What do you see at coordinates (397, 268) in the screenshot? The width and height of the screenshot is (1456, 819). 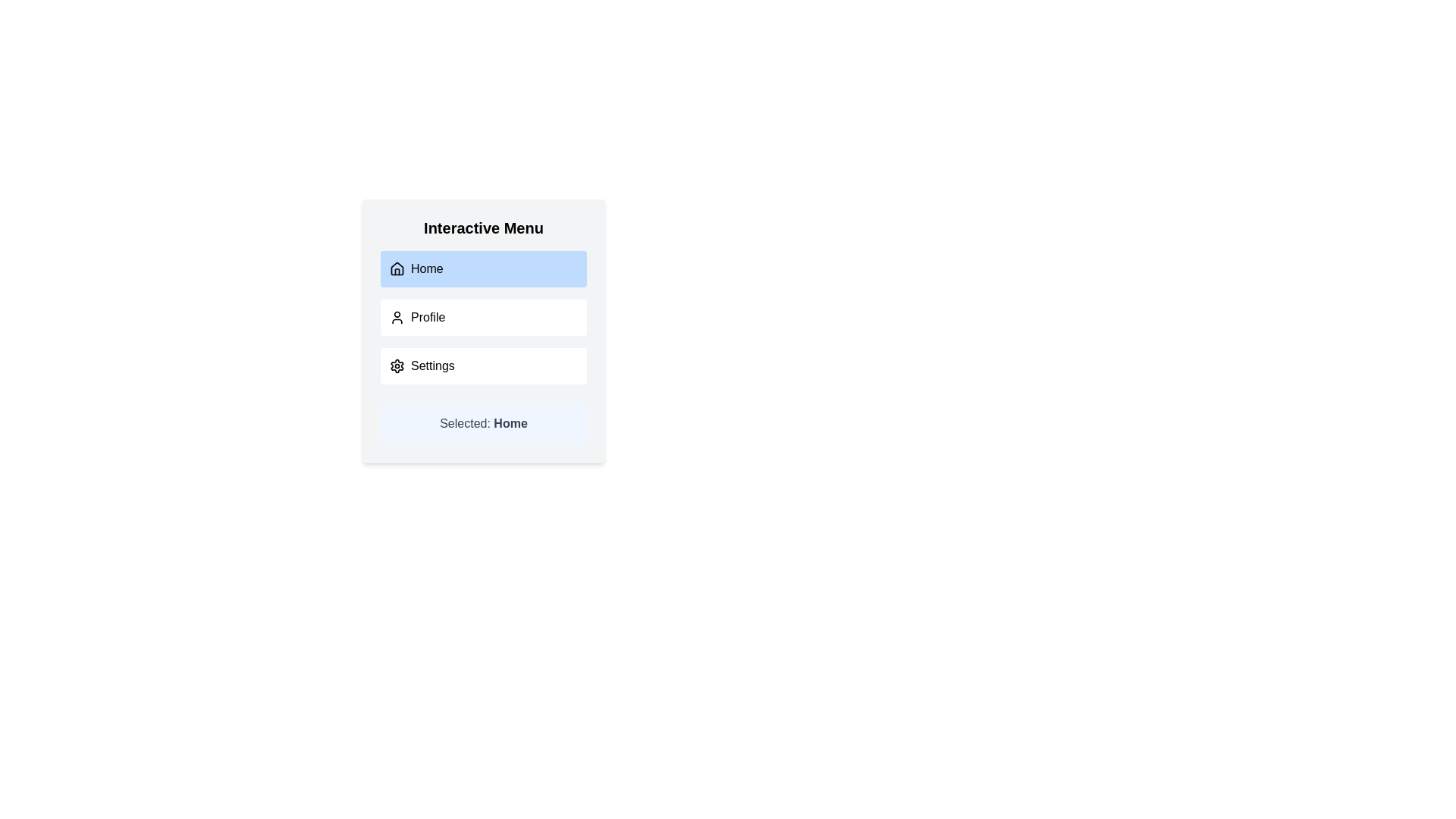 I see `the house icon with a stylized geometric design located to the left of the 'Home' menu item in the 'Interactive Menu'` at bounding box center [397, 268].